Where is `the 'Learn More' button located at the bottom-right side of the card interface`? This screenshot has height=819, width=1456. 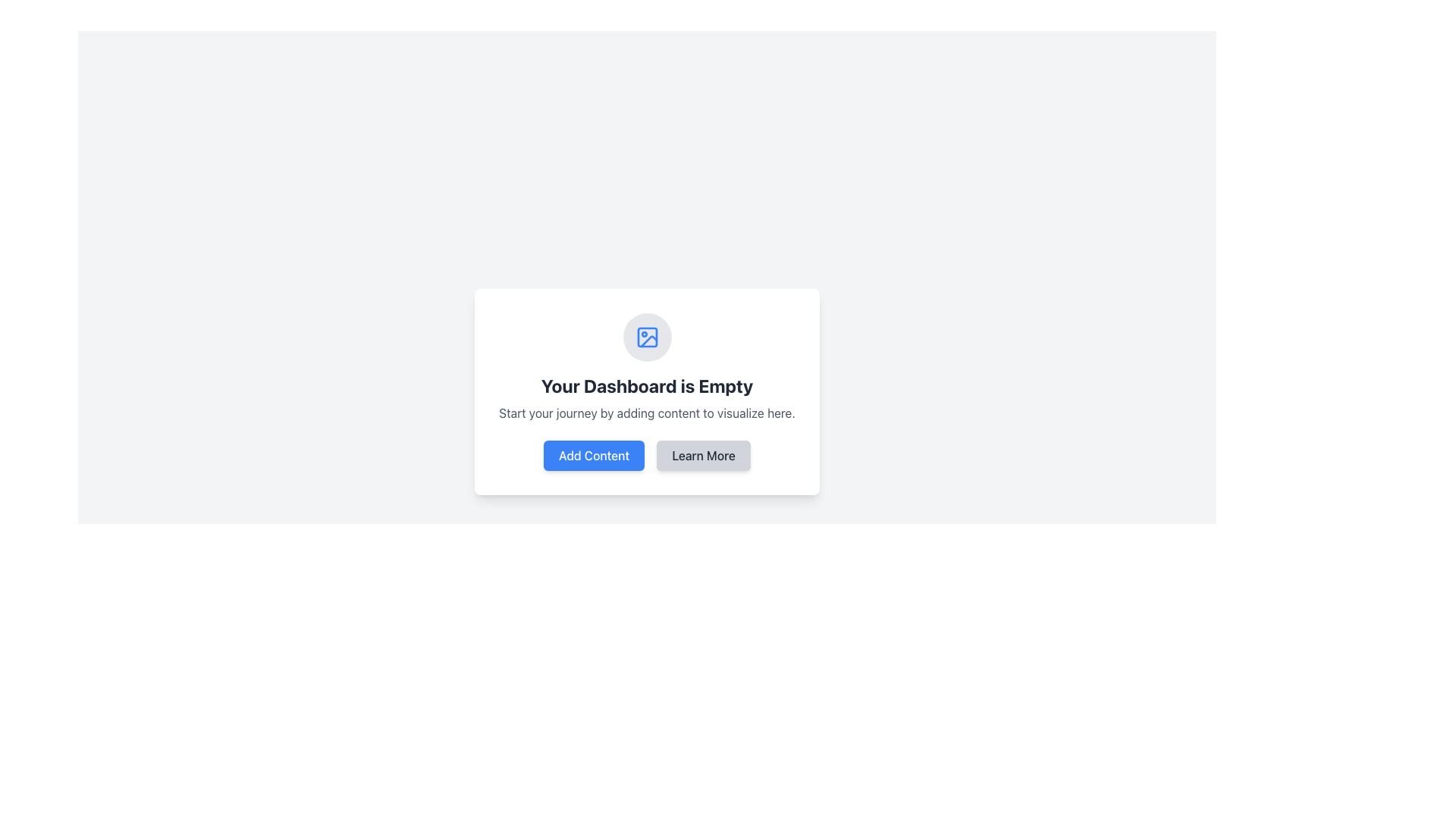 the 'Learn More' button located at the bottom-right side of the card interface is located at coordinates (703, 455).